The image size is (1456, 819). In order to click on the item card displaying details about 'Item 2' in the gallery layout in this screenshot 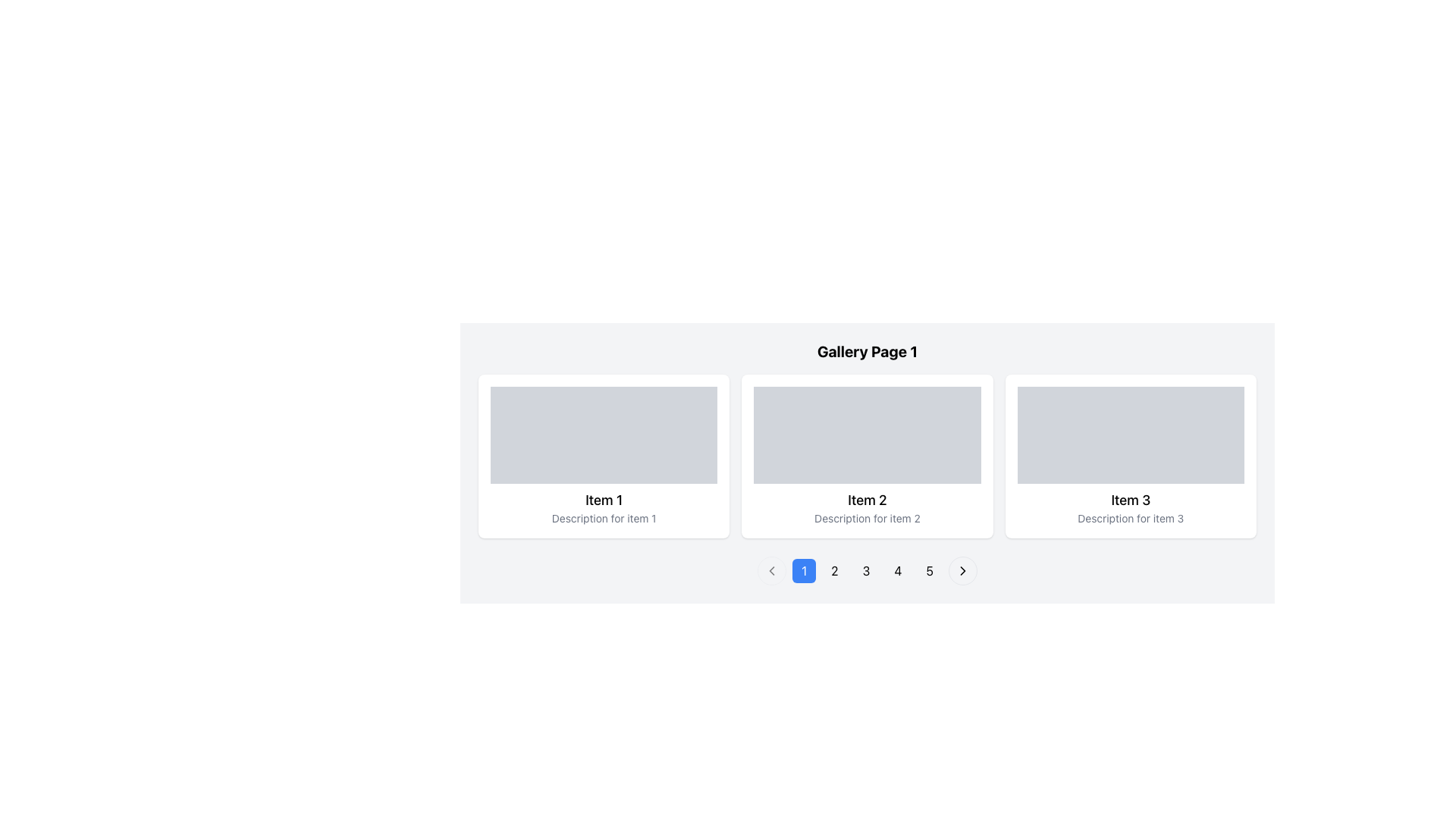, I will do `click(867, 455)`.